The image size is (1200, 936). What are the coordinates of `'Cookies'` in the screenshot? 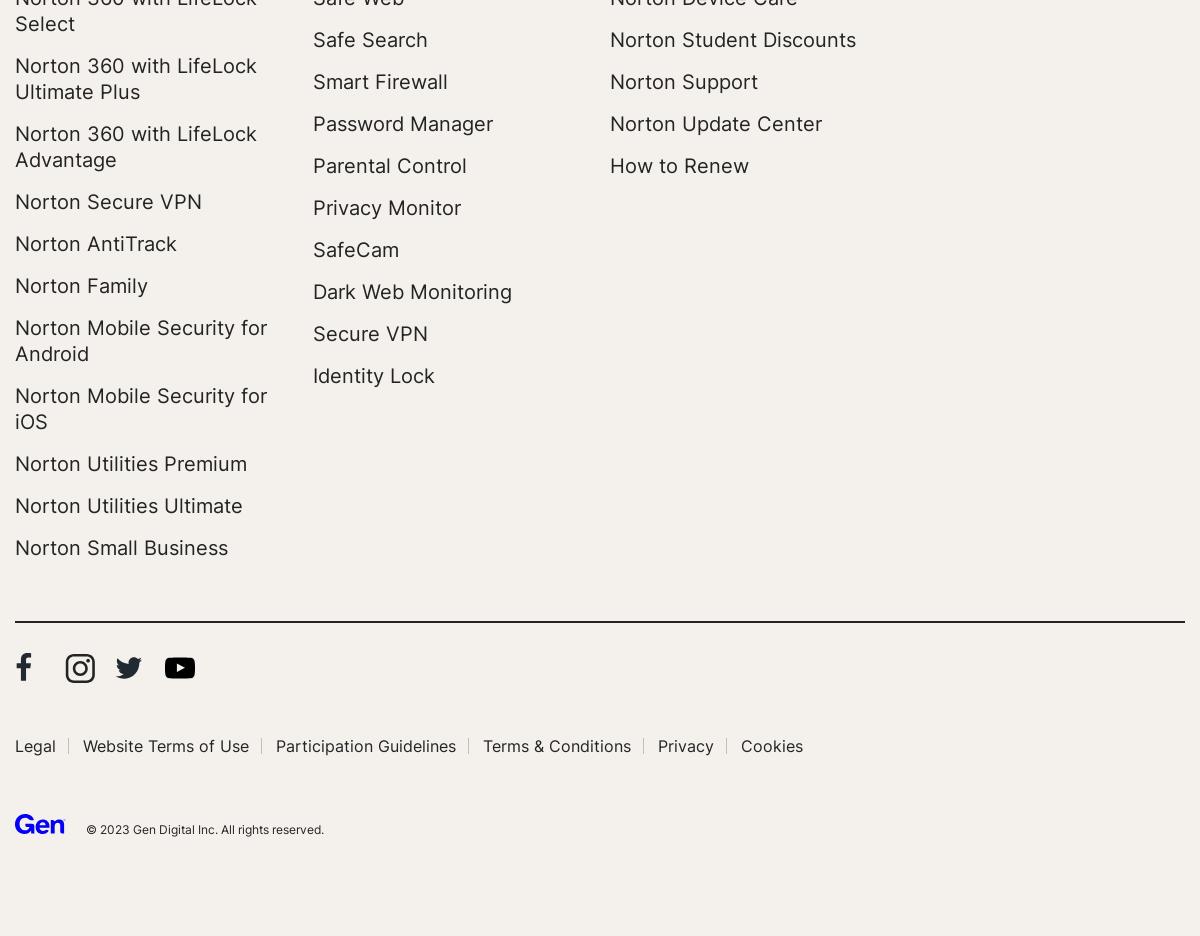 It's located at (770, 745).